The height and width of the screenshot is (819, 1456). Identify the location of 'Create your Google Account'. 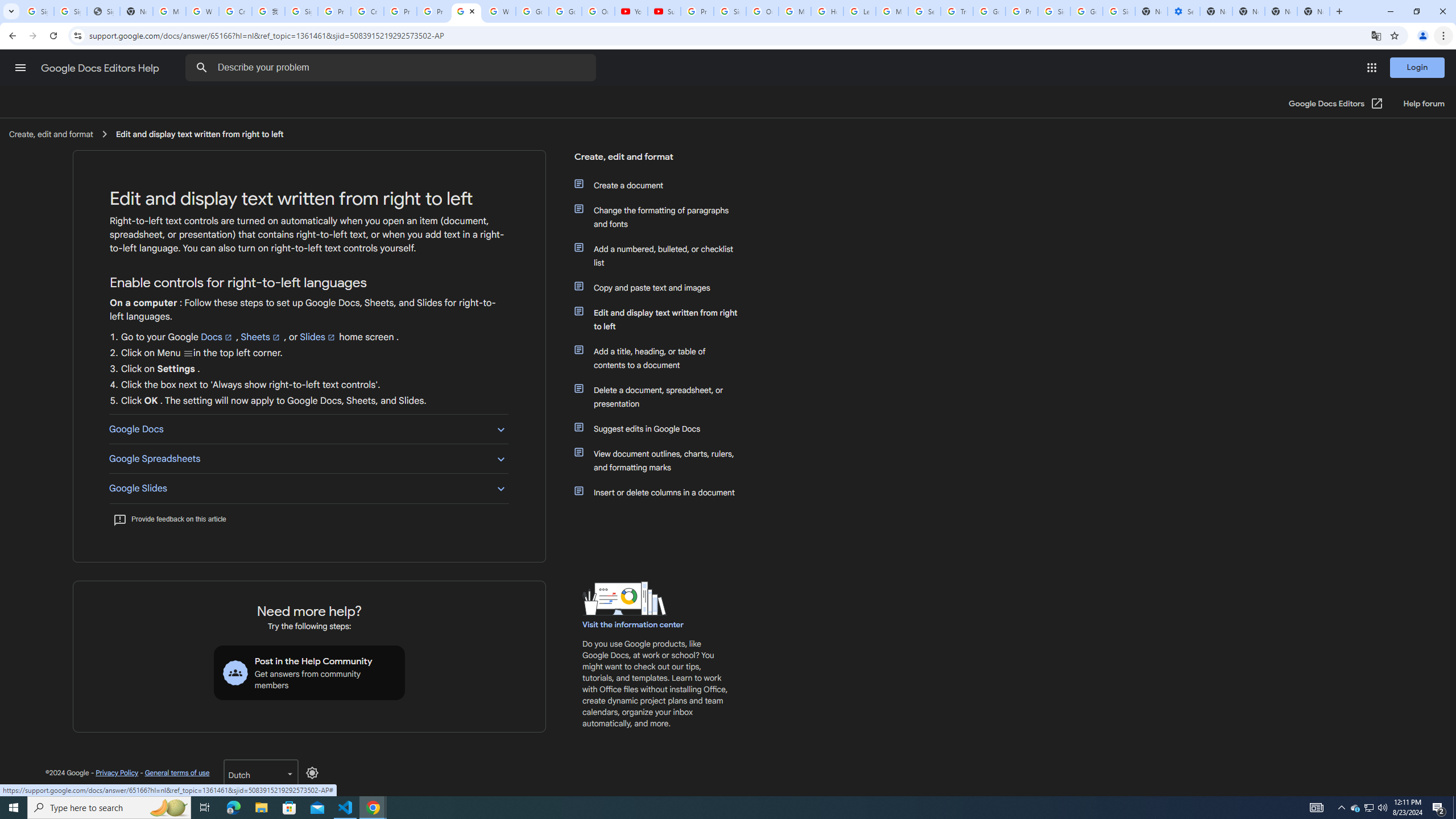
(367, 11).